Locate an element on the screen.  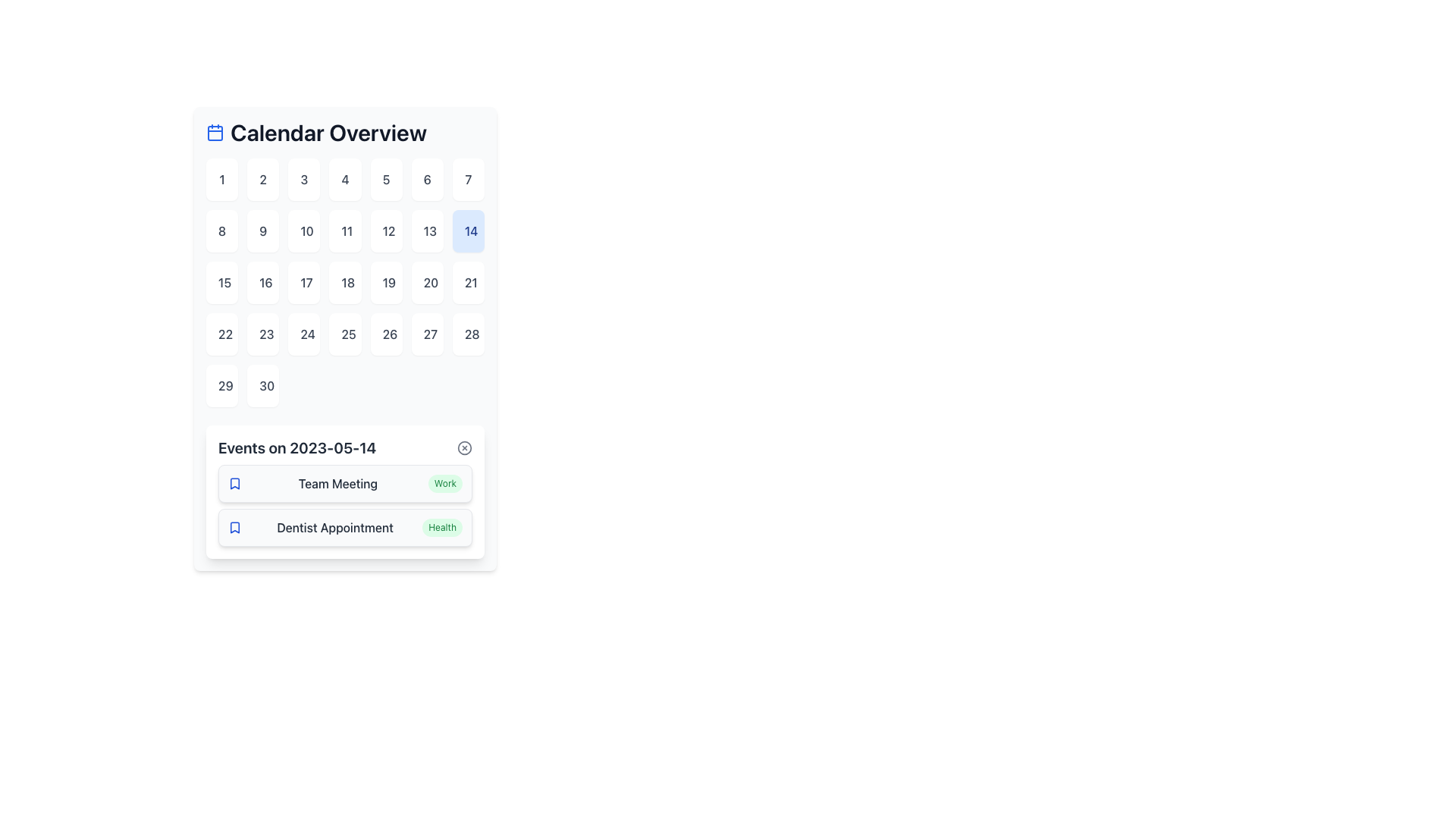
the calendar cell displaying the number '18' in the 'Calendar Overview' section is located at coordinates (344, 283).